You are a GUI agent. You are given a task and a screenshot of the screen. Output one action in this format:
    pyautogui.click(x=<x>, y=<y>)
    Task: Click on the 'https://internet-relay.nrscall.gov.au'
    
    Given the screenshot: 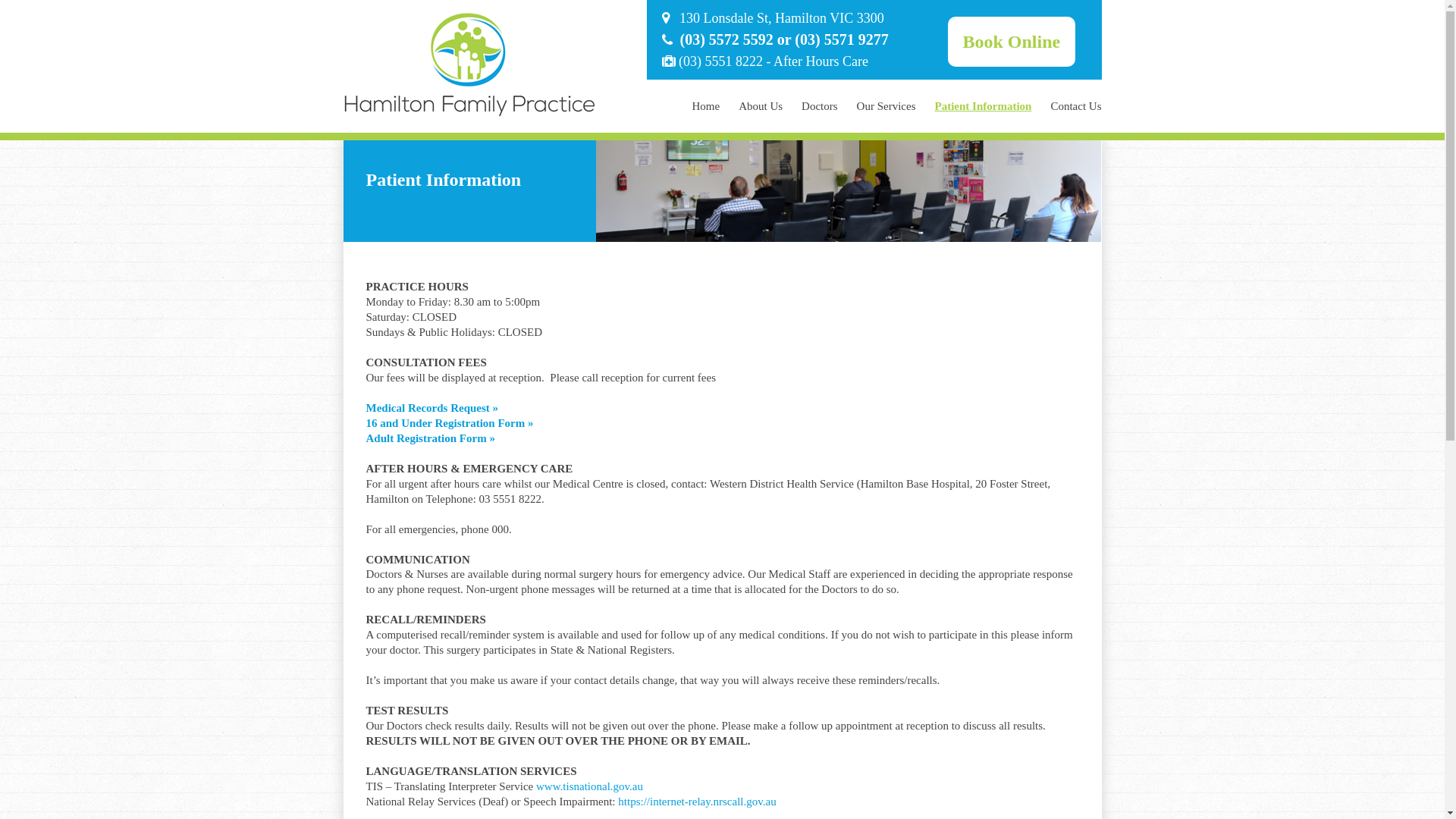 What is the action you would take?
    pyautogui.click(x=695, y=800)
    